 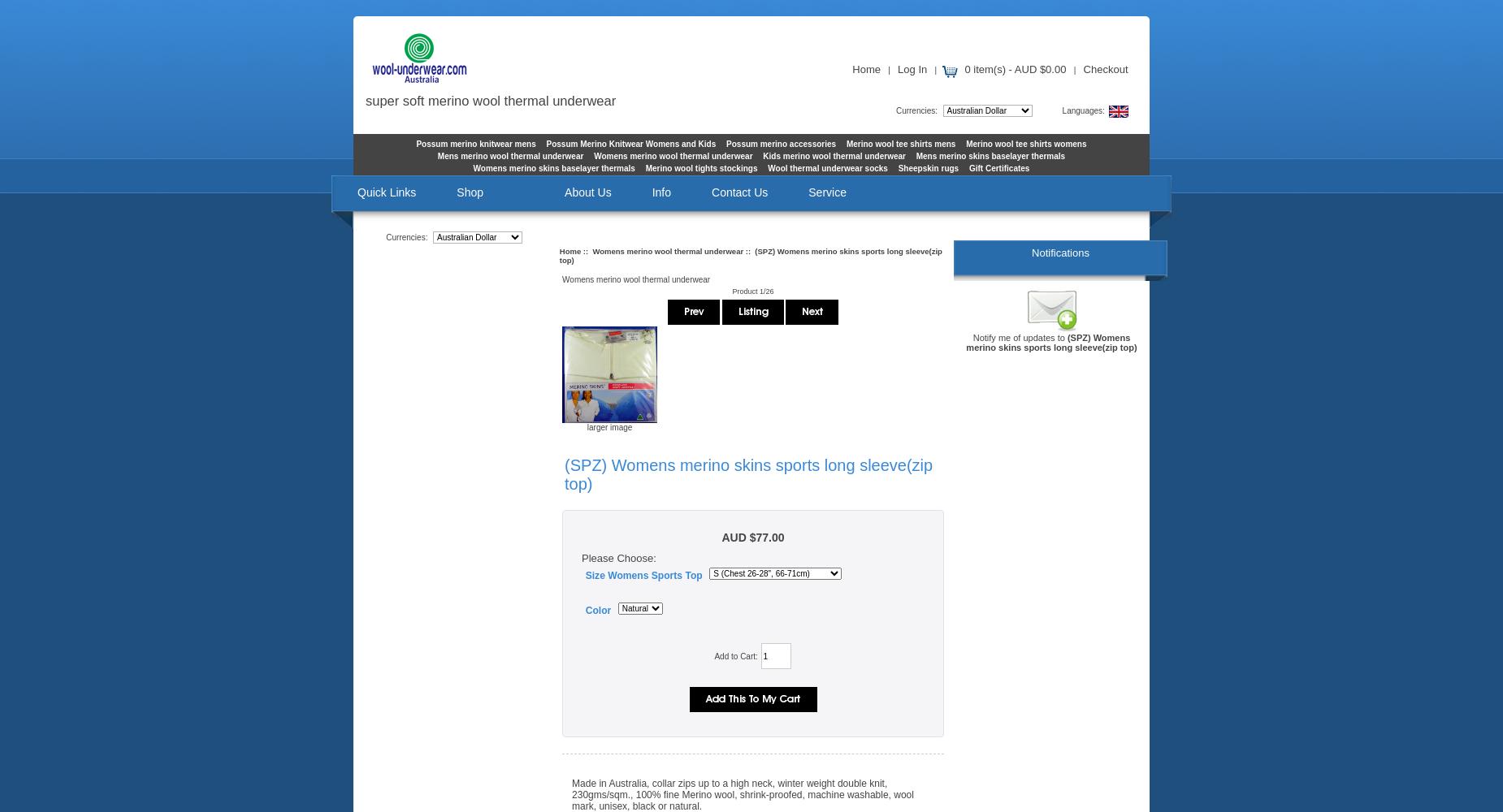 What do you see at coordinates (899, 144) in the screenshot?
I see `'Merino wool tee shirts mens'` at bounding box center [899, 144].